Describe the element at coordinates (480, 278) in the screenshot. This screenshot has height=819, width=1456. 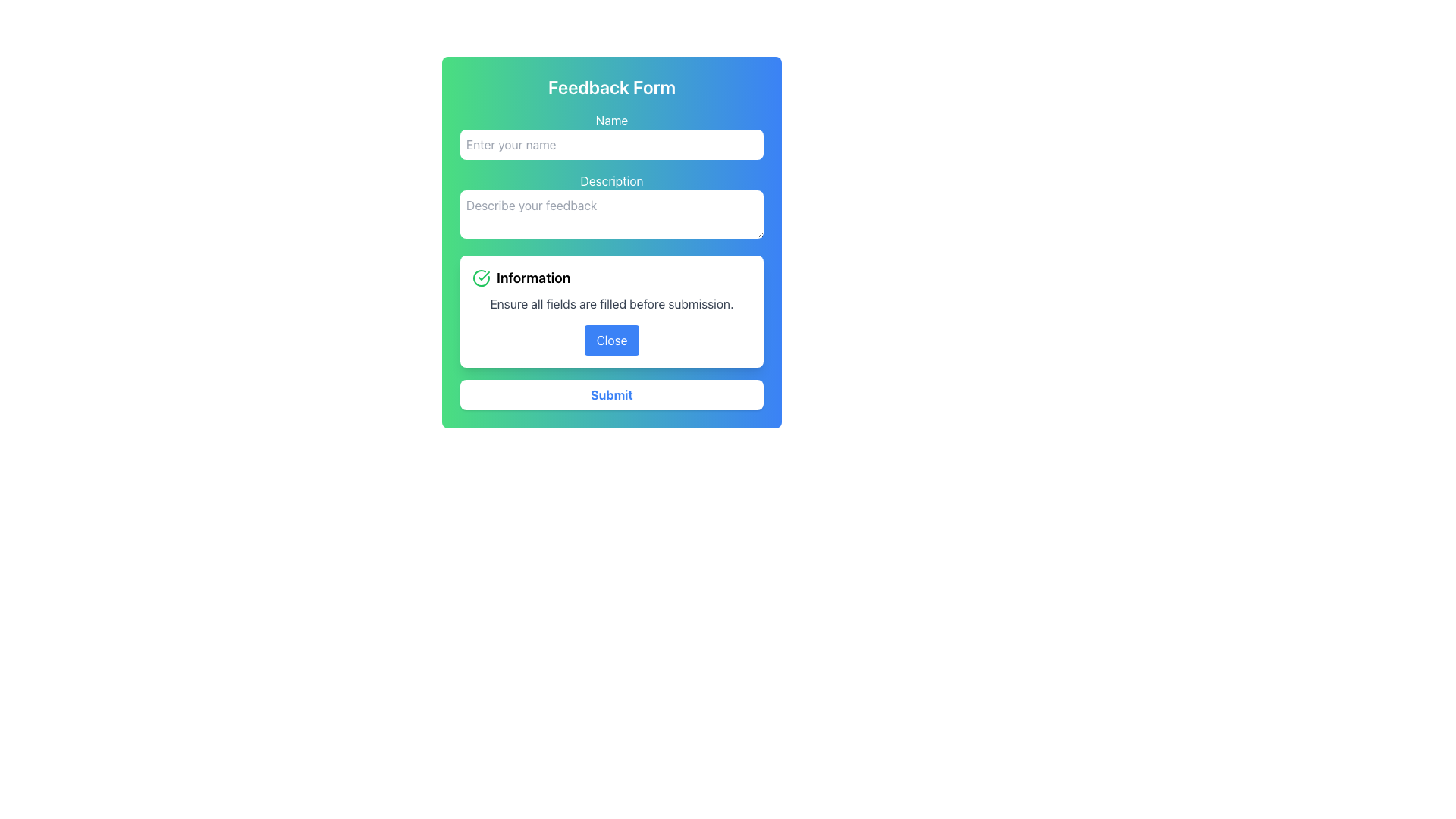
I see `the green circular boundary of the SVG icon located at the top-left side of the white information box` at that location.